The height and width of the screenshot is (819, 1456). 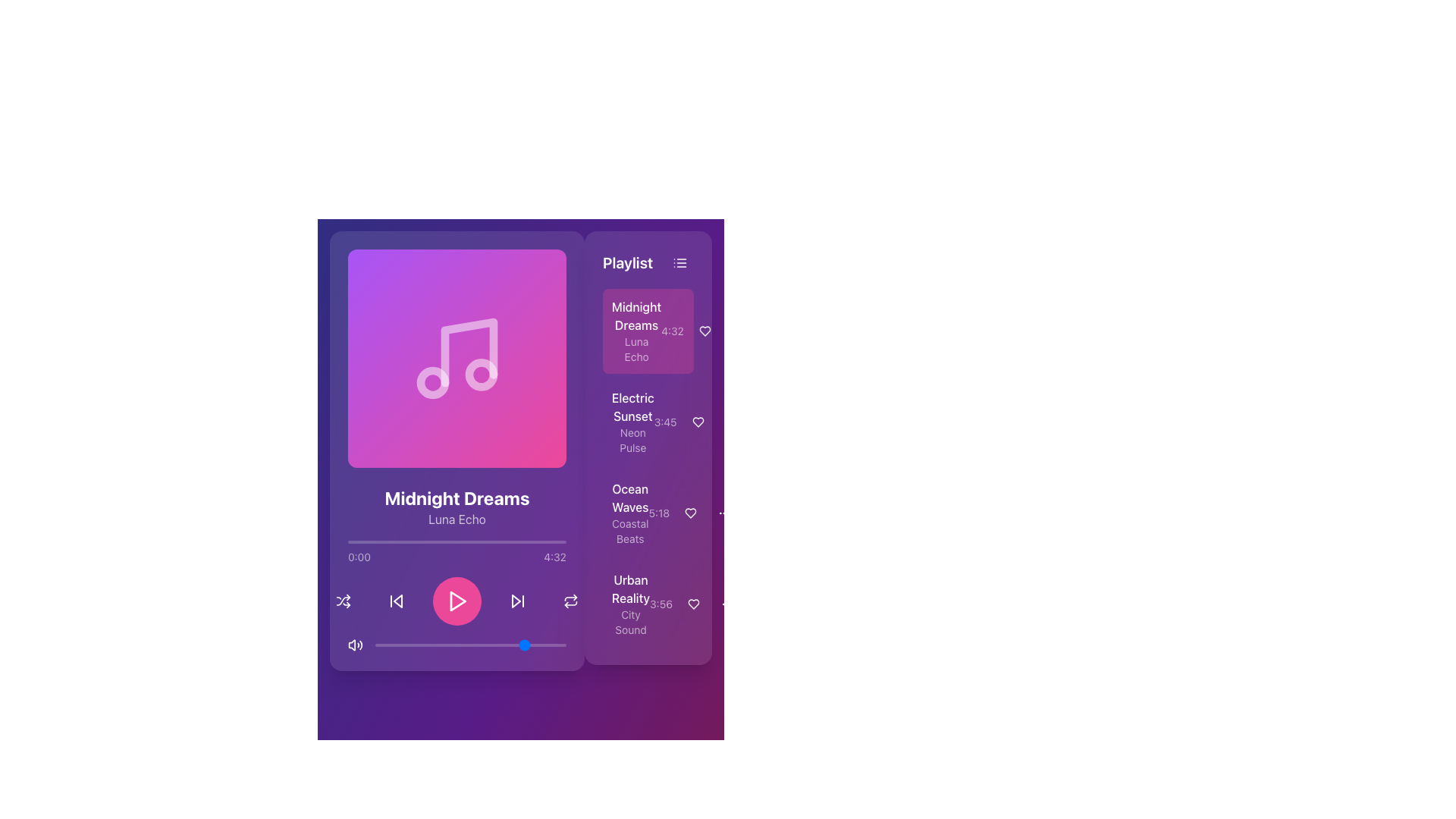 I want to click on playback progress, so click(x=425, y=645).